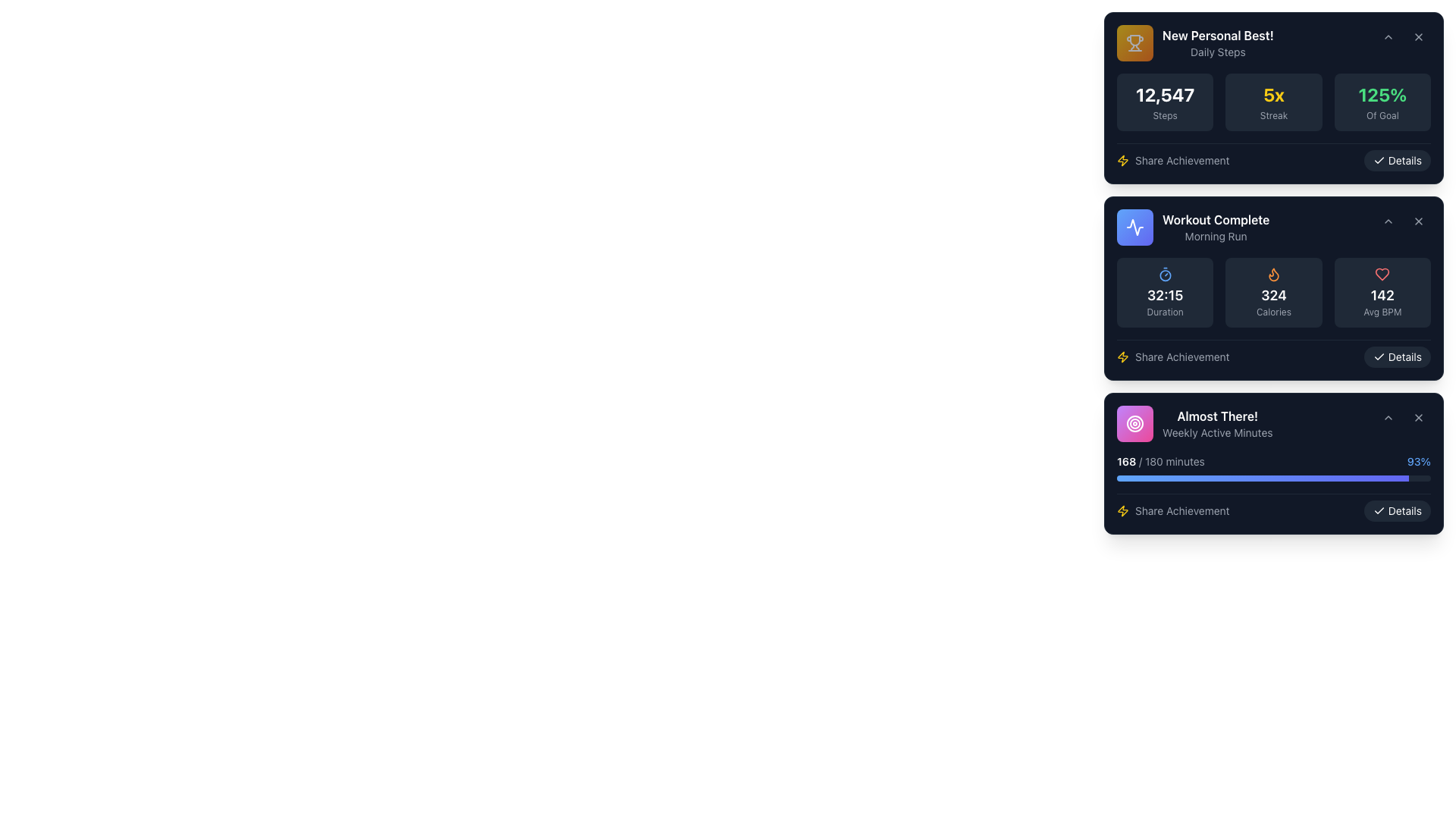 The width and height of the screenshot is (1456, 819). I want to click on the label with the text 'Almost There!' and the accompanying gradient icon with a target symbol, located in the third card of a vertical stack, so click(1194, 424).